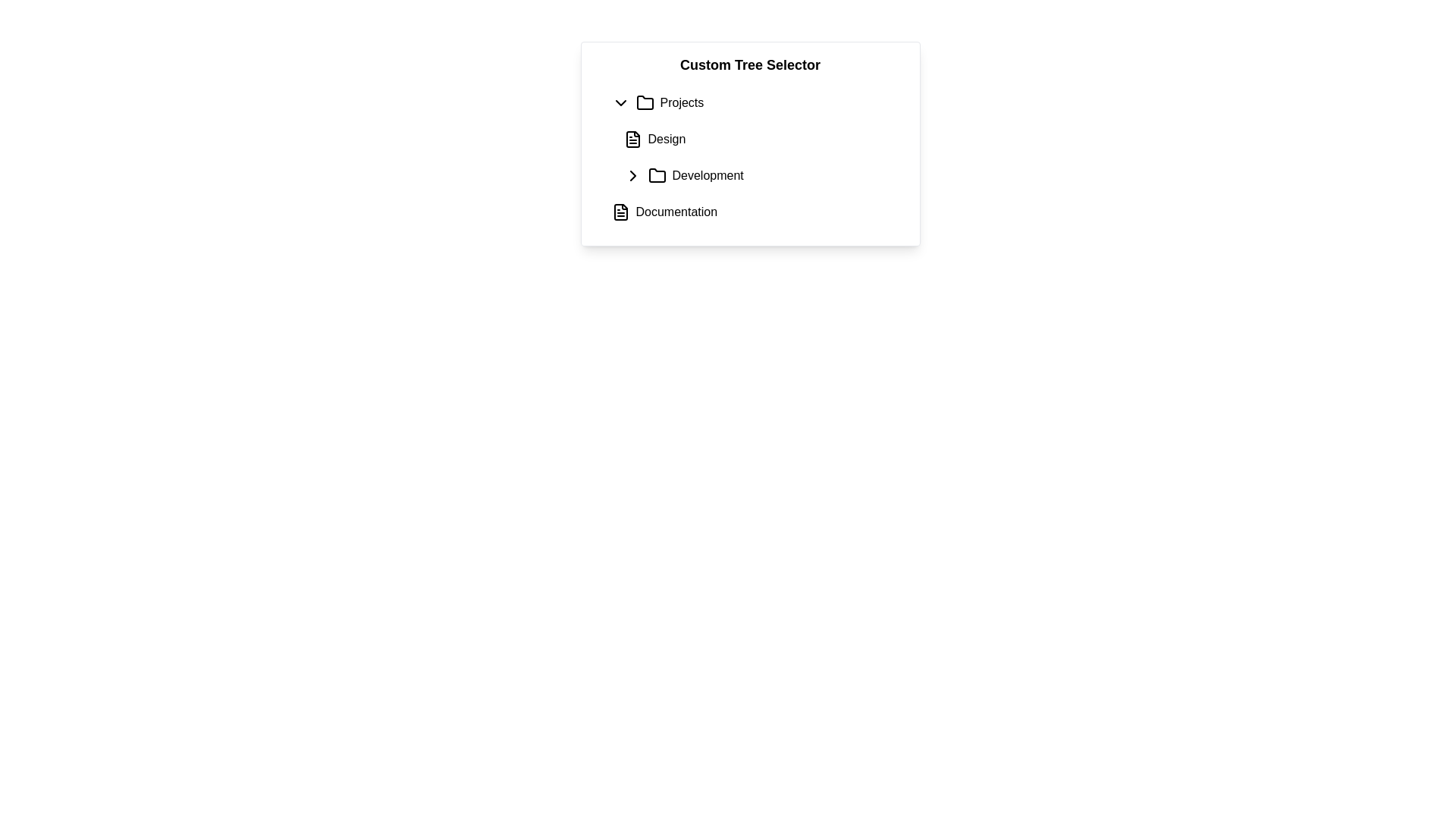  What do you see at coordinates (750, 64) in the screenshot?
I see `the text header displaying 'Custom Tree Selector', which is a bold and large font element located at the top of the panel` at bounding box center [750, 64].